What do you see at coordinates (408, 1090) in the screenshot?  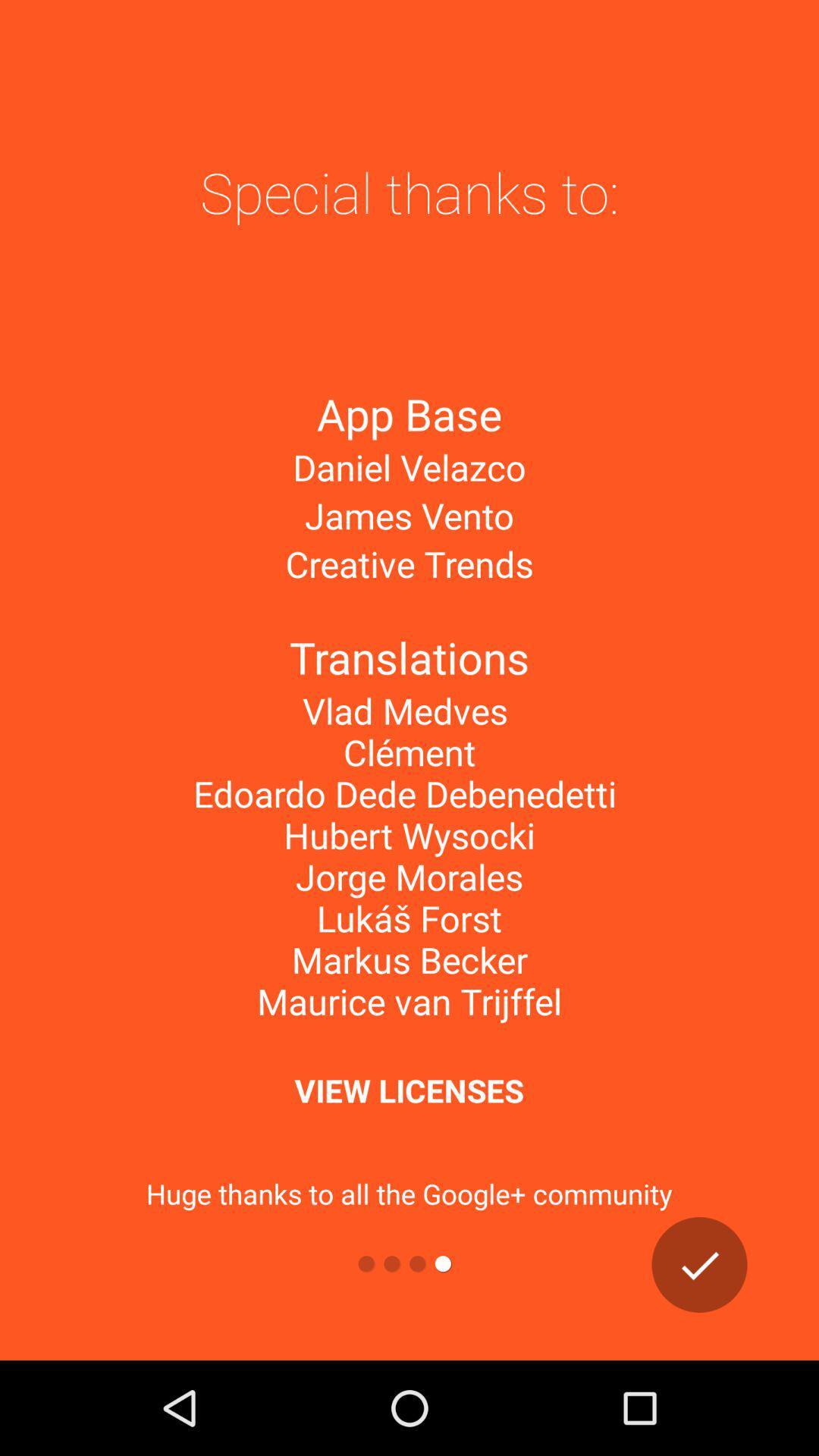 I see `the item above the huge thanks to icon` at bounding box center [408, 1090].